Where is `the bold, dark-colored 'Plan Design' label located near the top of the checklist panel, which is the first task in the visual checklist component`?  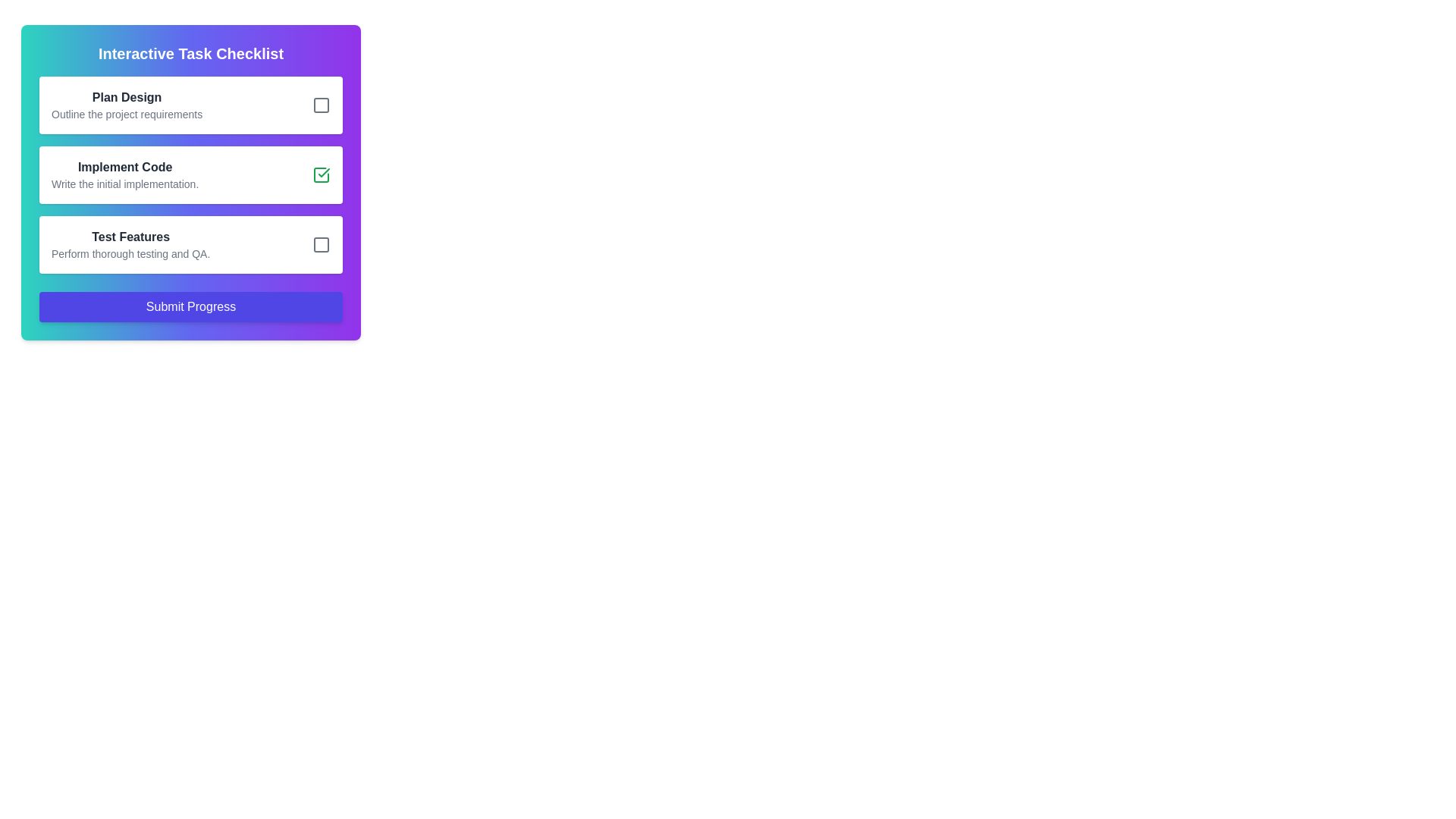
the bold, dark-colored 'Plan Design' label located near the top of the checklist panel, which is the first task in the visual checklist component is located at coordinates (127, 97).